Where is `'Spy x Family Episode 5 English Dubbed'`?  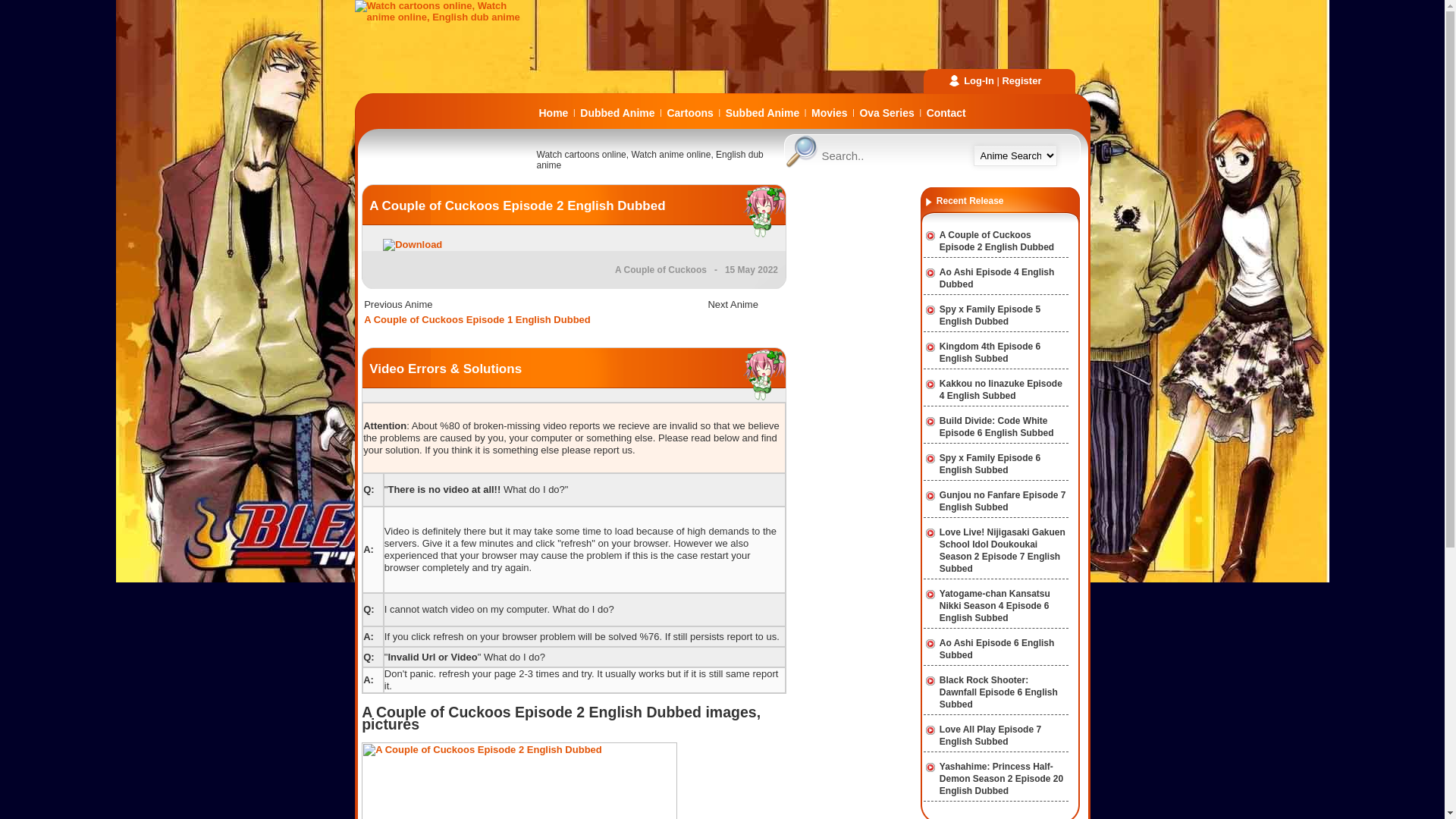
'Spy x Family Episode 5 English Dubbed' is located at coordinates (938, 315).